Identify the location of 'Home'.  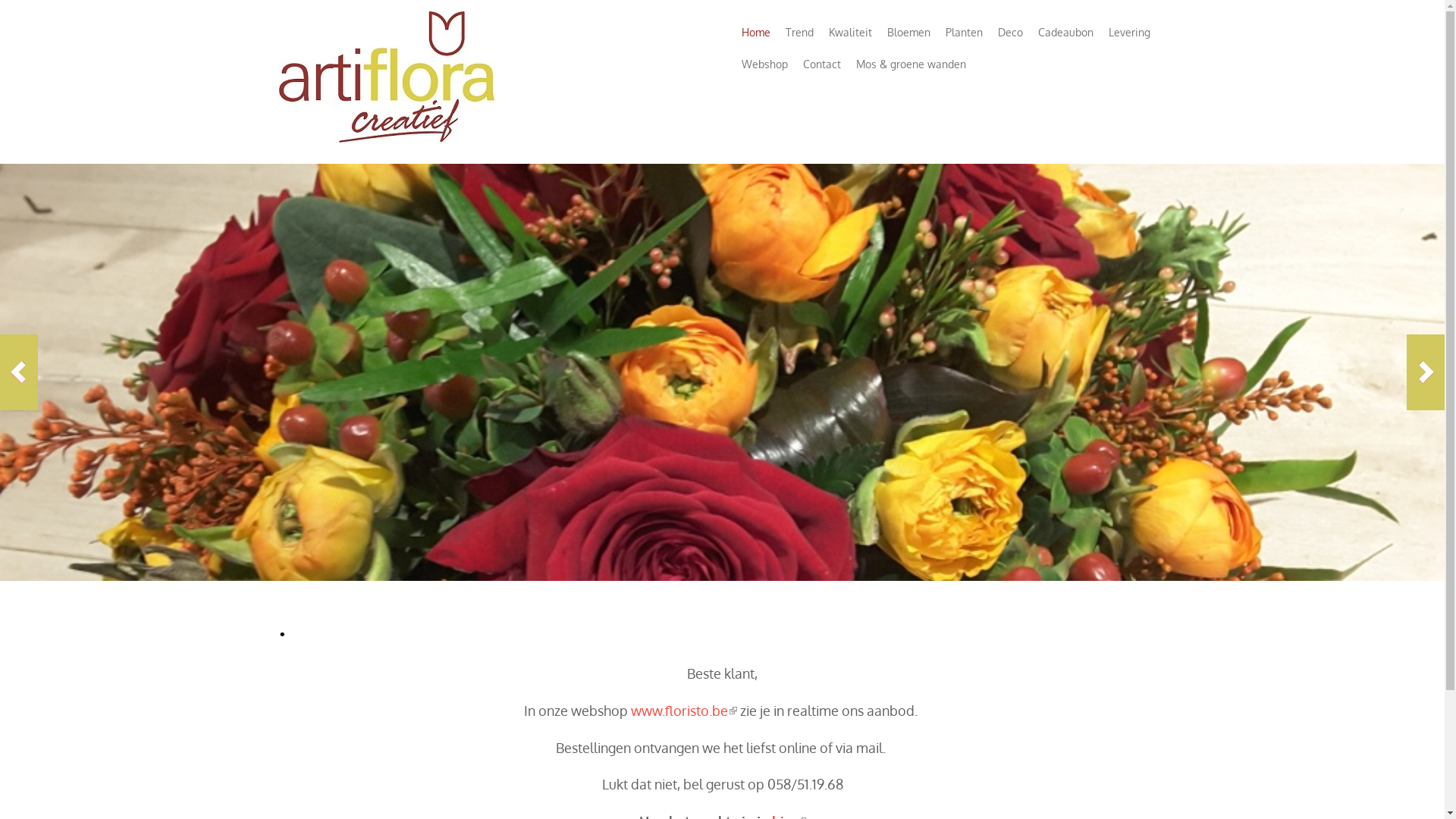
(389, 147).